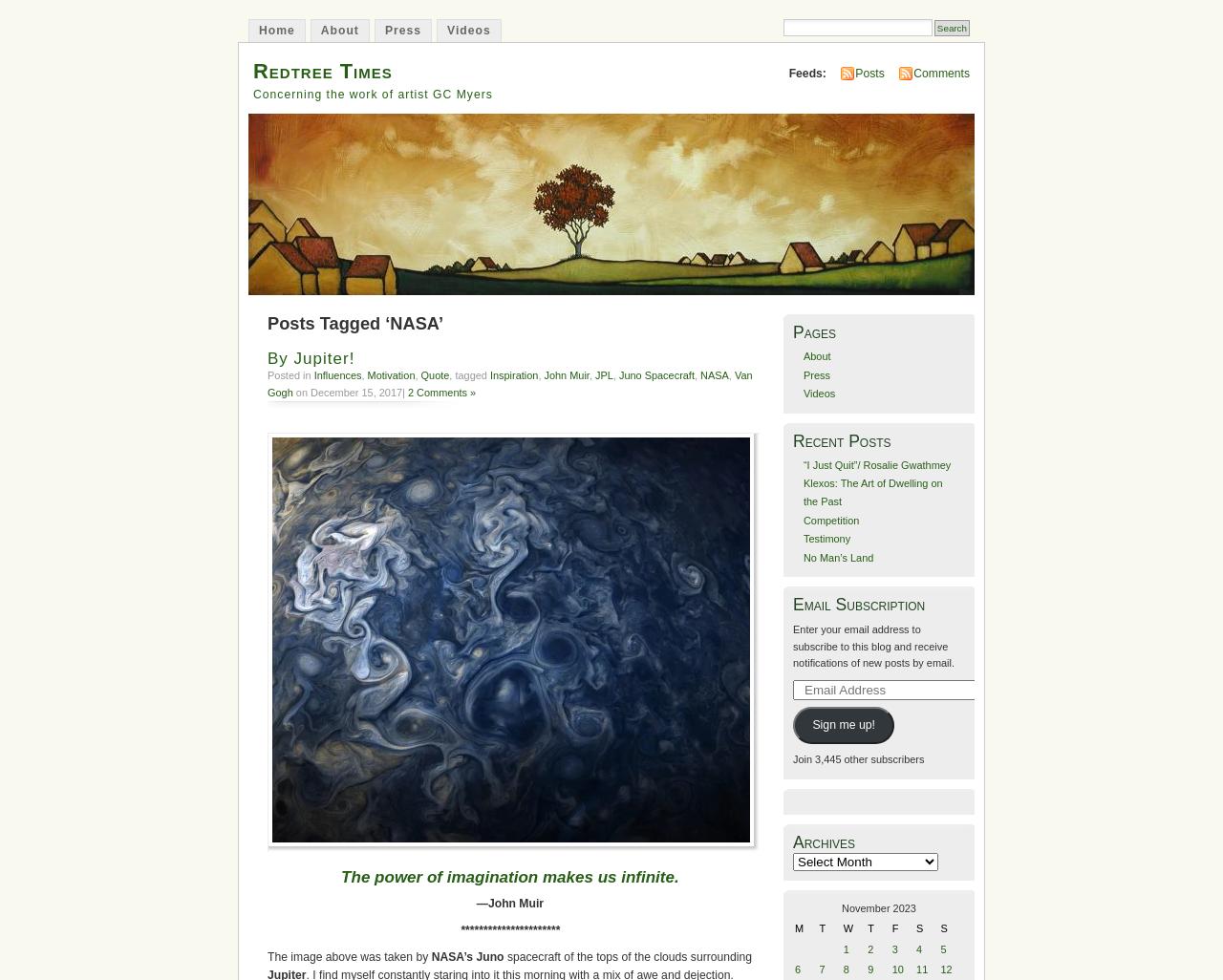 Image resolution: width=1223 pixels, height=980 pixels. What do you see at coordinates (792, 841) in the screenshot?
I see `'Archives'` at bounding box center [792, 841].